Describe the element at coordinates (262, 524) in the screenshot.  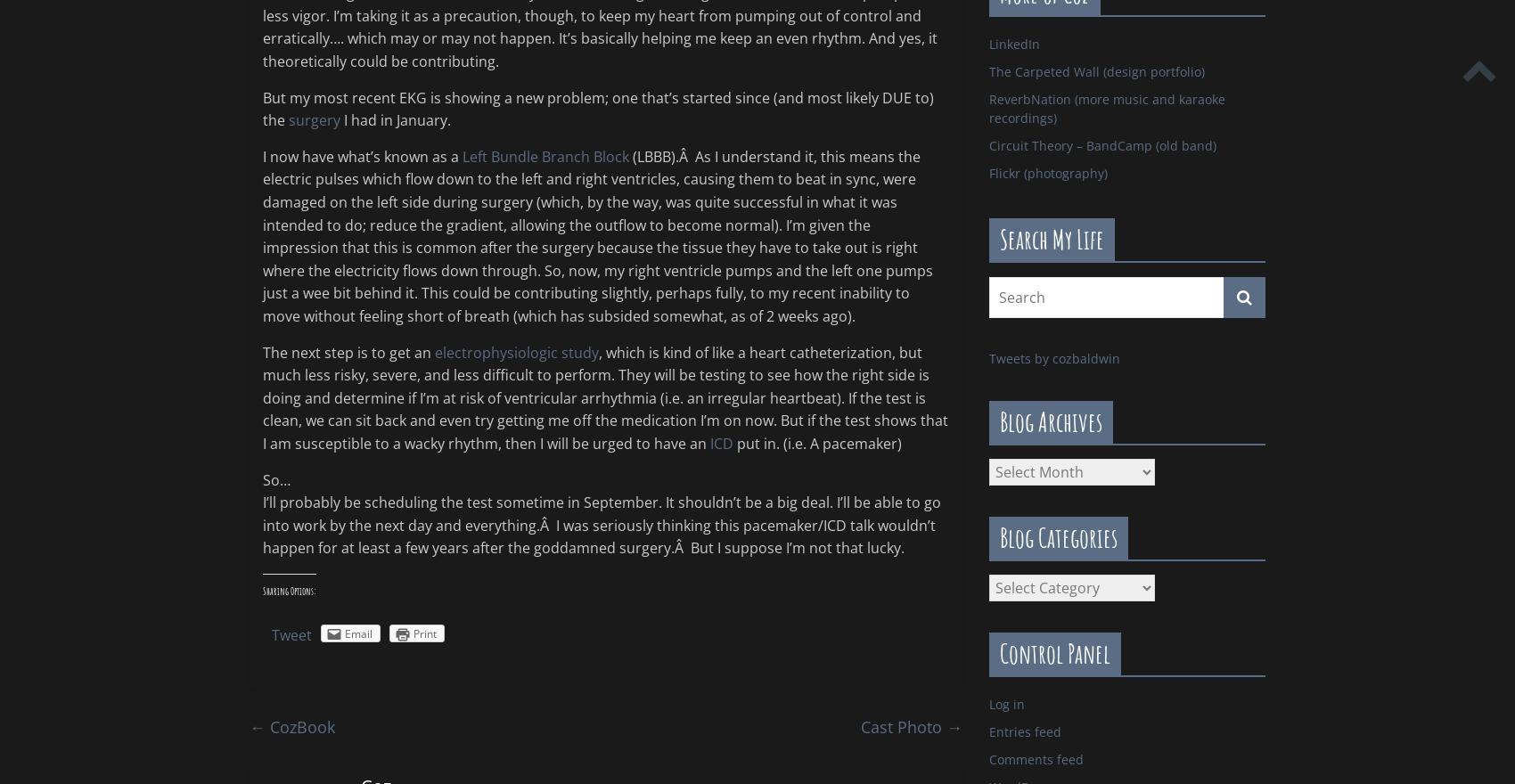
I see `'I’ll probably be scheduling the test sometime in September.  It shouldn’t be a big deal.  I’ll be able to go into work by the next day and everything.Â  I was seriously thinking this pacemaker/ICD talk wouldn’t happen for at least a few years after the goddamned surgery.Â  But I suppose I’m not that lucky.'` at that location.